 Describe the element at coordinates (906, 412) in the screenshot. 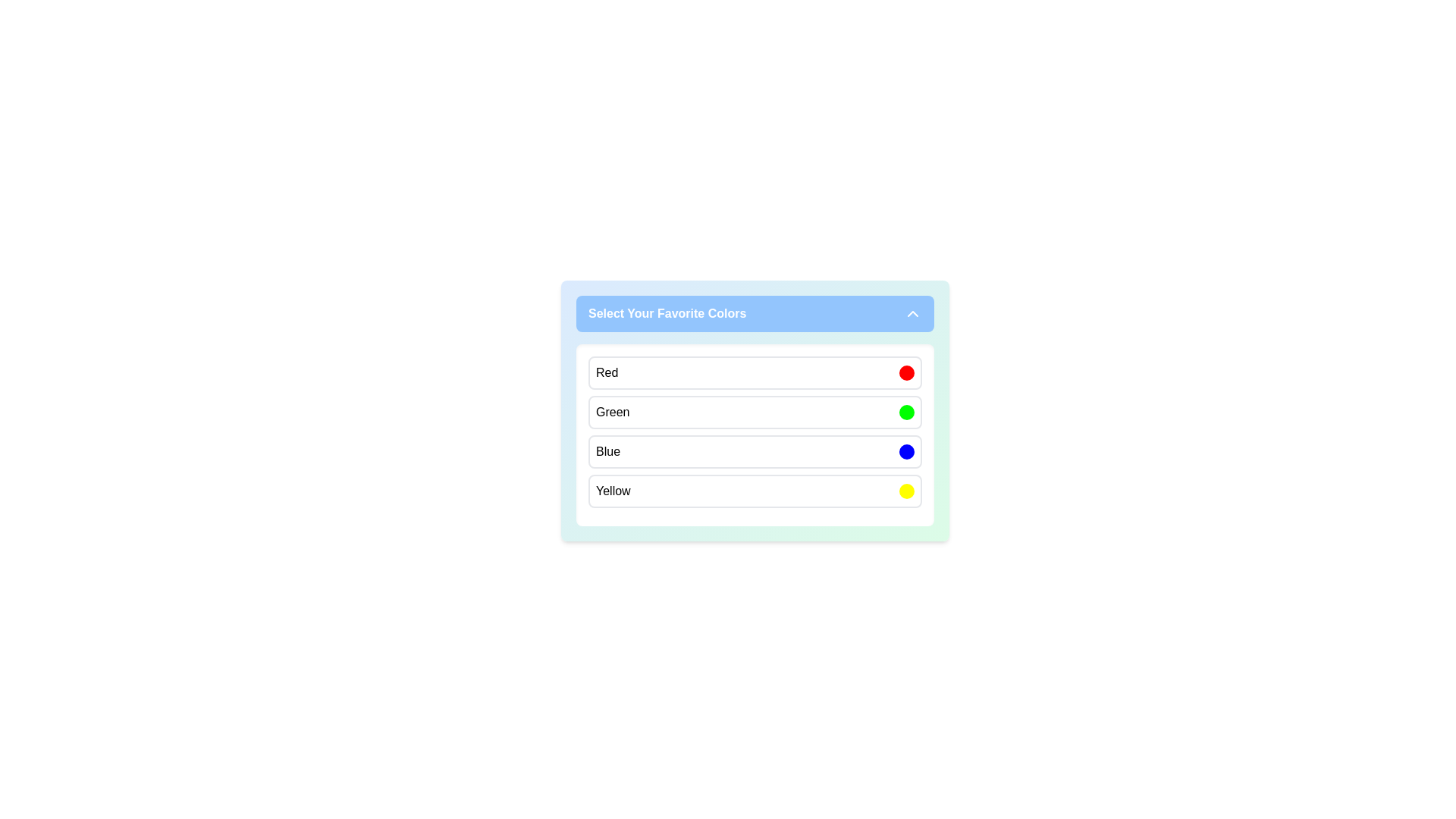

I see `the visual indicator that displays the color green associated with the label 'Green' in the vertically stacked list of color options` at that location.